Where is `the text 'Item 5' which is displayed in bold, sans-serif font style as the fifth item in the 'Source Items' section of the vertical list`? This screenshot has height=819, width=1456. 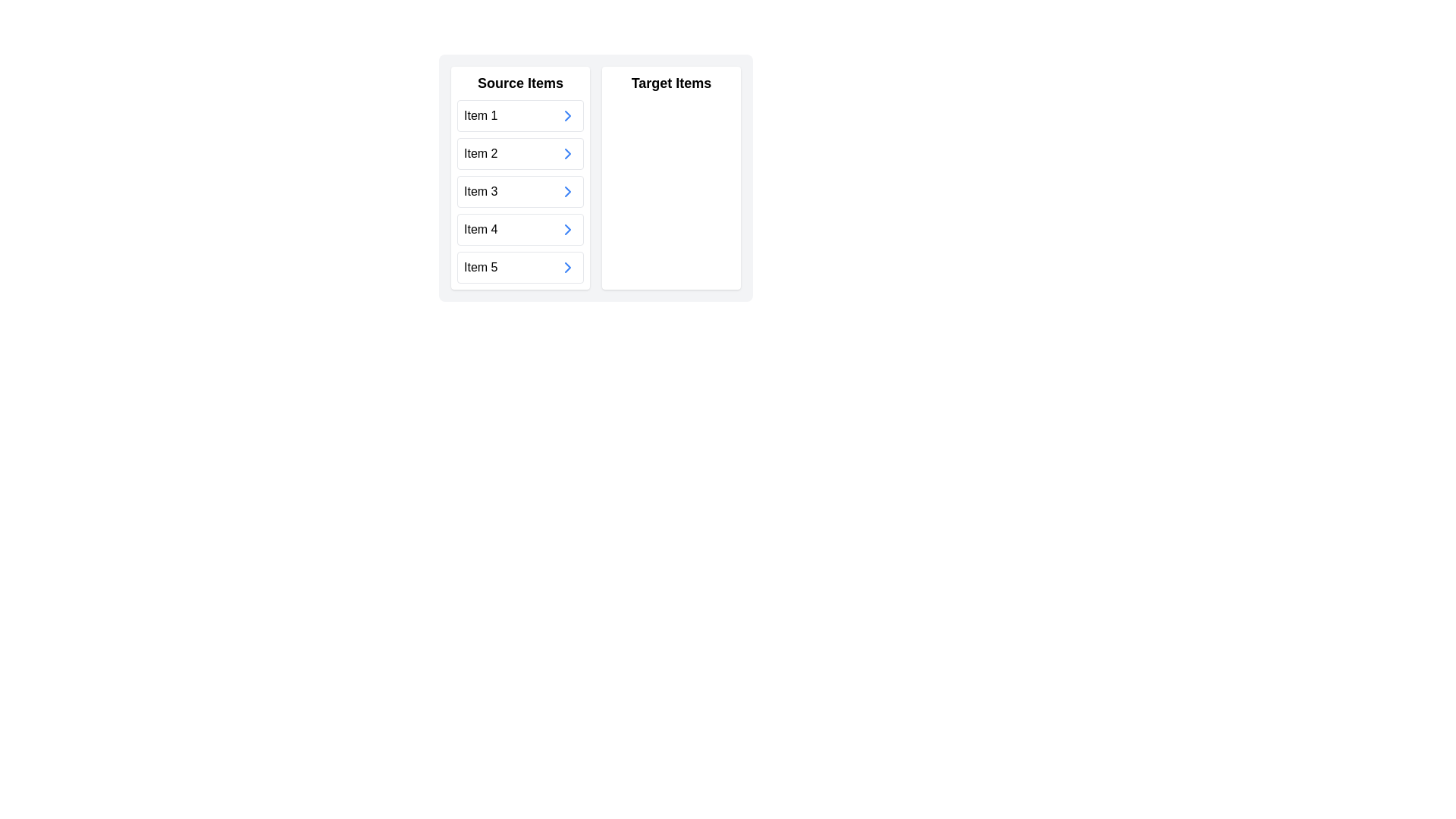
the text 'Item 5' which is displayed in bold, sans-serif font style as the fifth item in the 'Source Items' section of the vertical list is located at coordinates (479, 267).